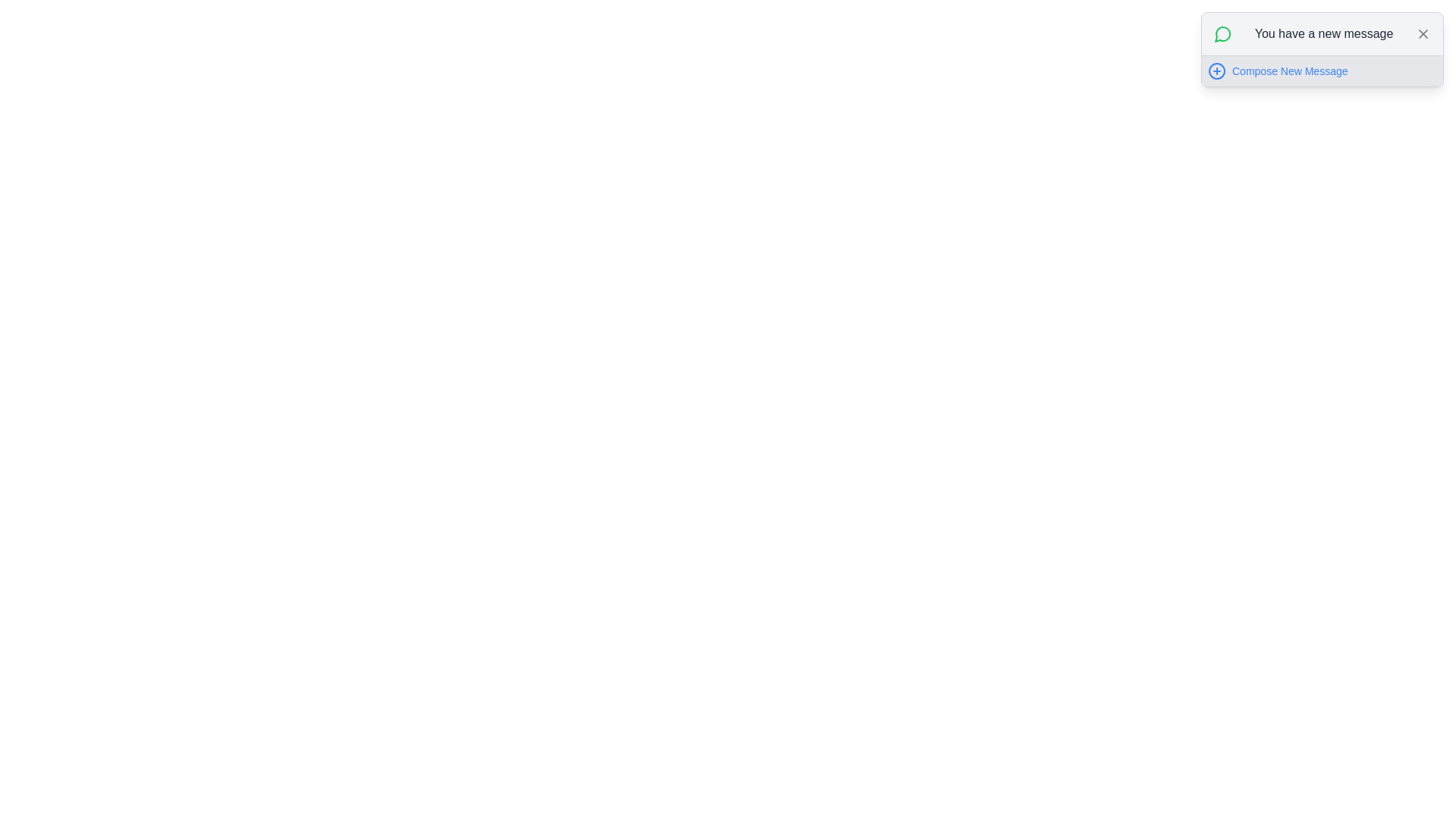 This screenshot has height=819, width=1456. What do you see at coordinates (1321, 70) in the screenshot?
I see `the Interactive Link with Icon located in the top-right corner of the interface, below the text 'You have a new message'` at bounding box center [1321, 70].